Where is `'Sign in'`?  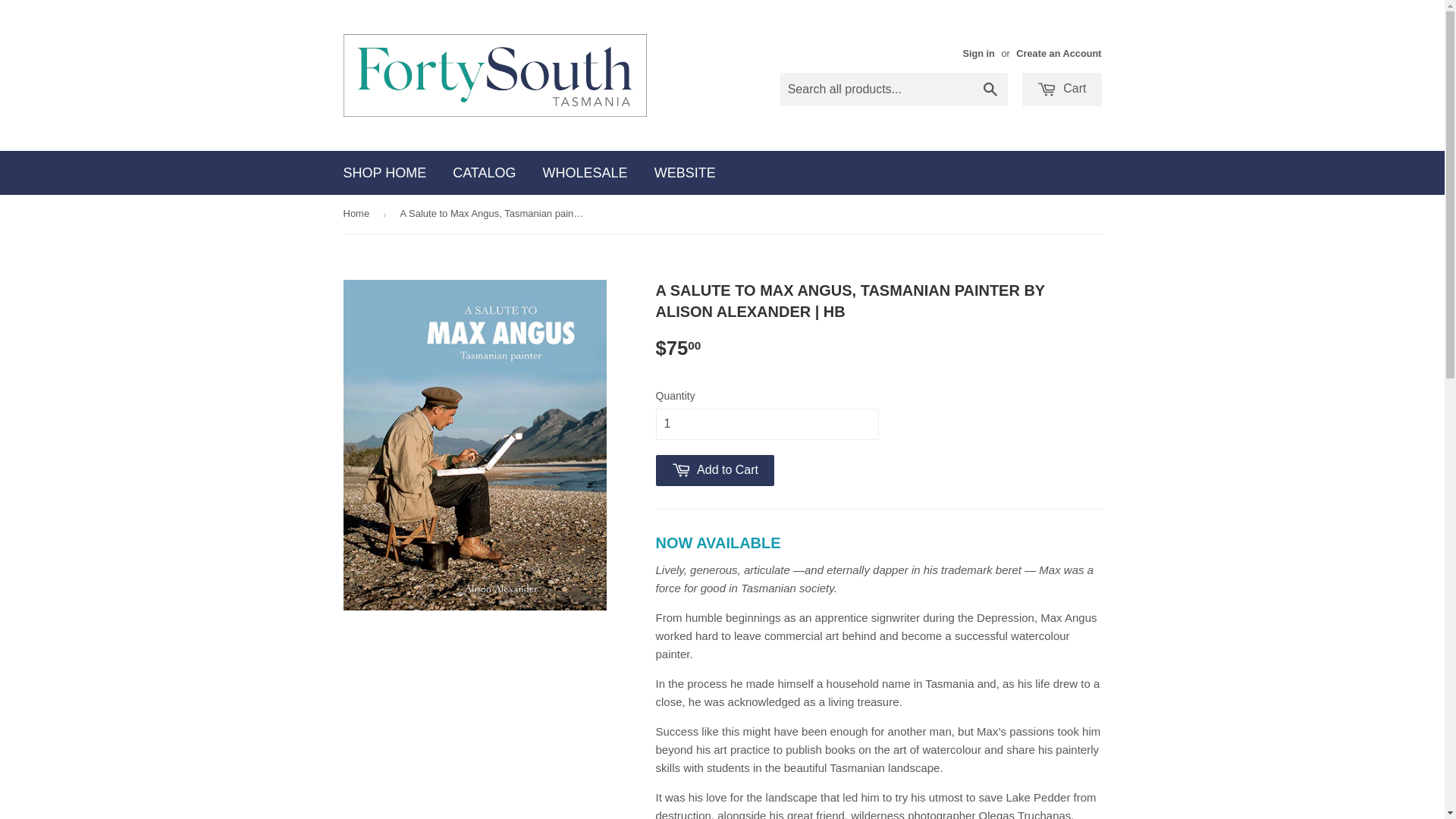 'Sign in' is located at coordinates (978, 52).